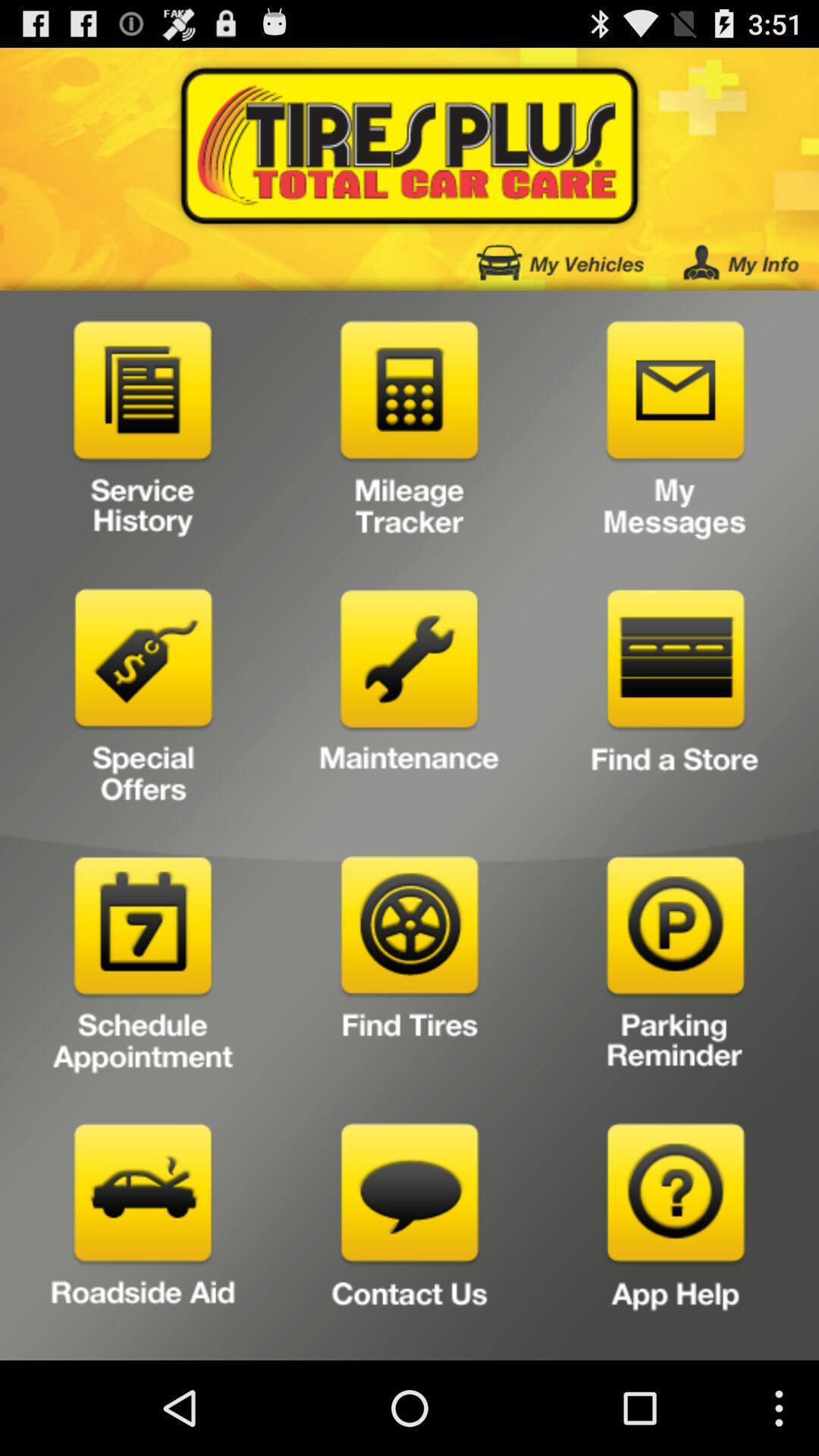  I want to click on locate store, so click(675, 701).